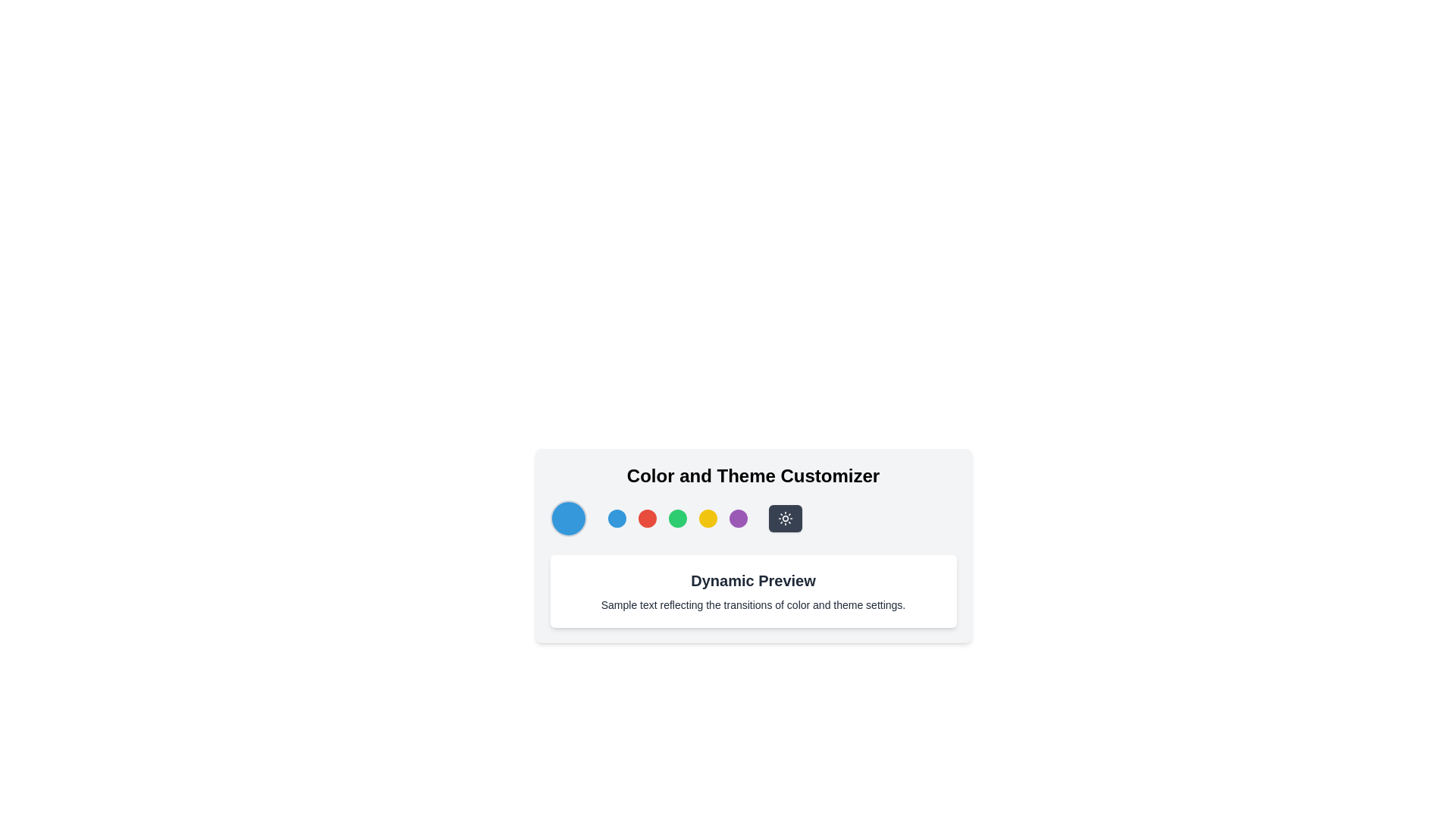  What do you see at coordinates (753, 604) in the screenshot?
I see `the static text displaying 'Sample text reflecting the transitions of color and theme settings.' which is located beneath the 'Dynamic Preview' heading in a white rounded rectangular card` at bounding box center [753, 604].